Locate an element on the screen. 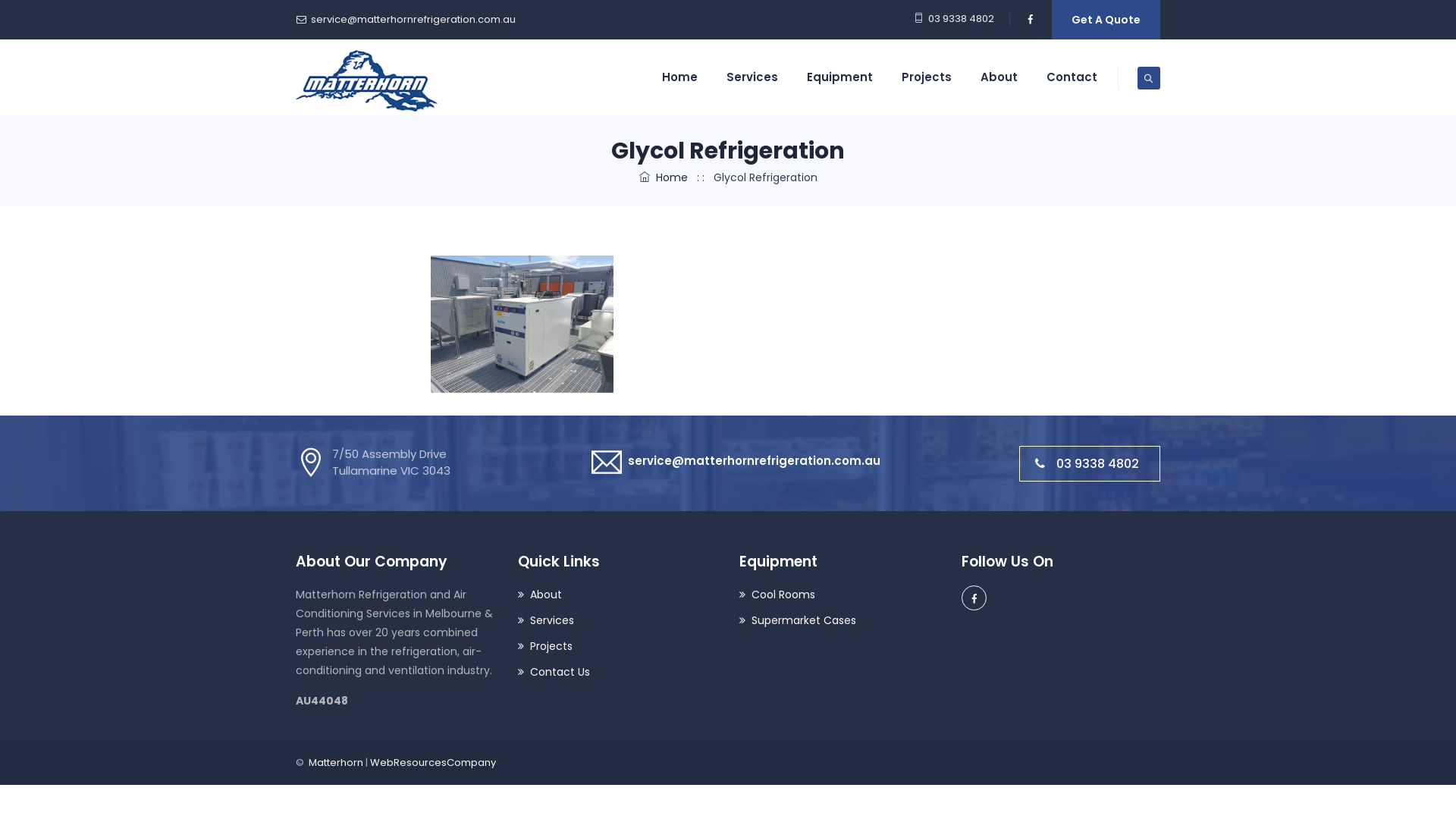  'service@matterhornrefrigeration.com.au' is located at coordinates (413, 19).